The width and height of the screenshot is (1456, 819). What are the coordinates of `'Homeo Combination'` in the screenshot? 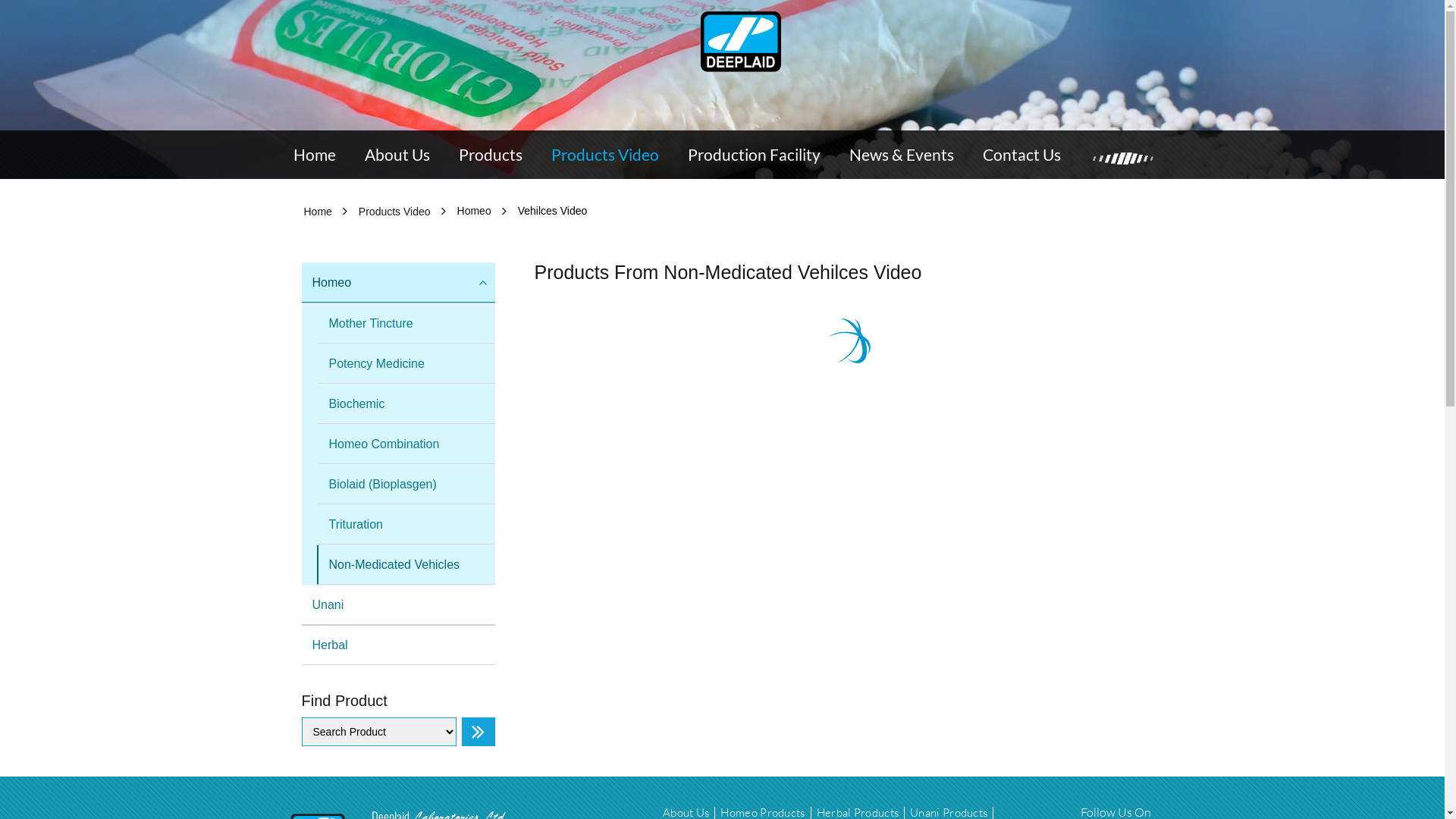 It's located at (406, 444).